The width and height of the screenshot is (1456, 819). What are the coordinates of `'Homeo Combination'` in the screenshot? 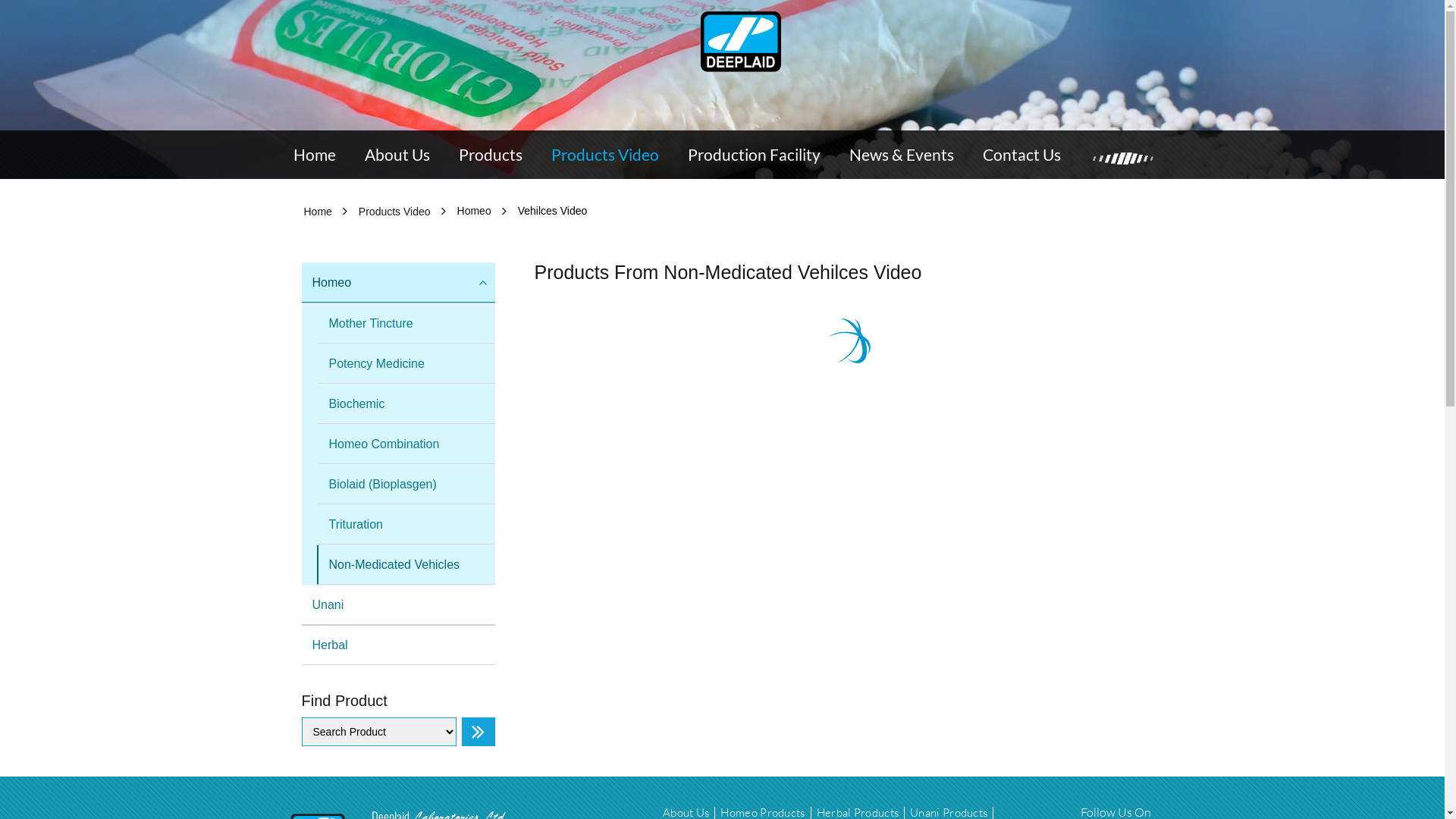 It's located at (406, 444).